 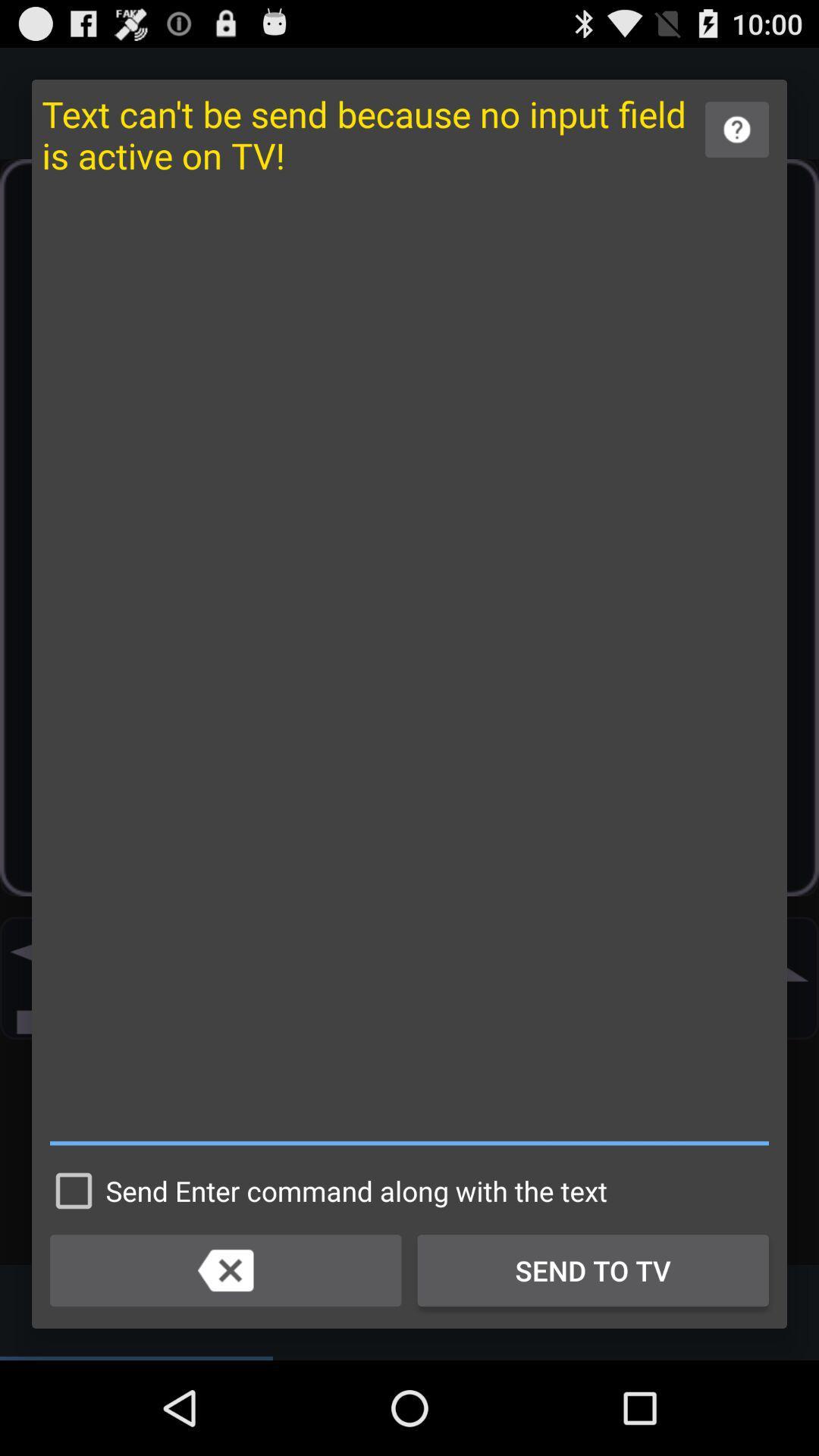 What do you see at coordinates (736, 130) in the screenshot?
I see `icon above   item` at bounding box center [736, 130].